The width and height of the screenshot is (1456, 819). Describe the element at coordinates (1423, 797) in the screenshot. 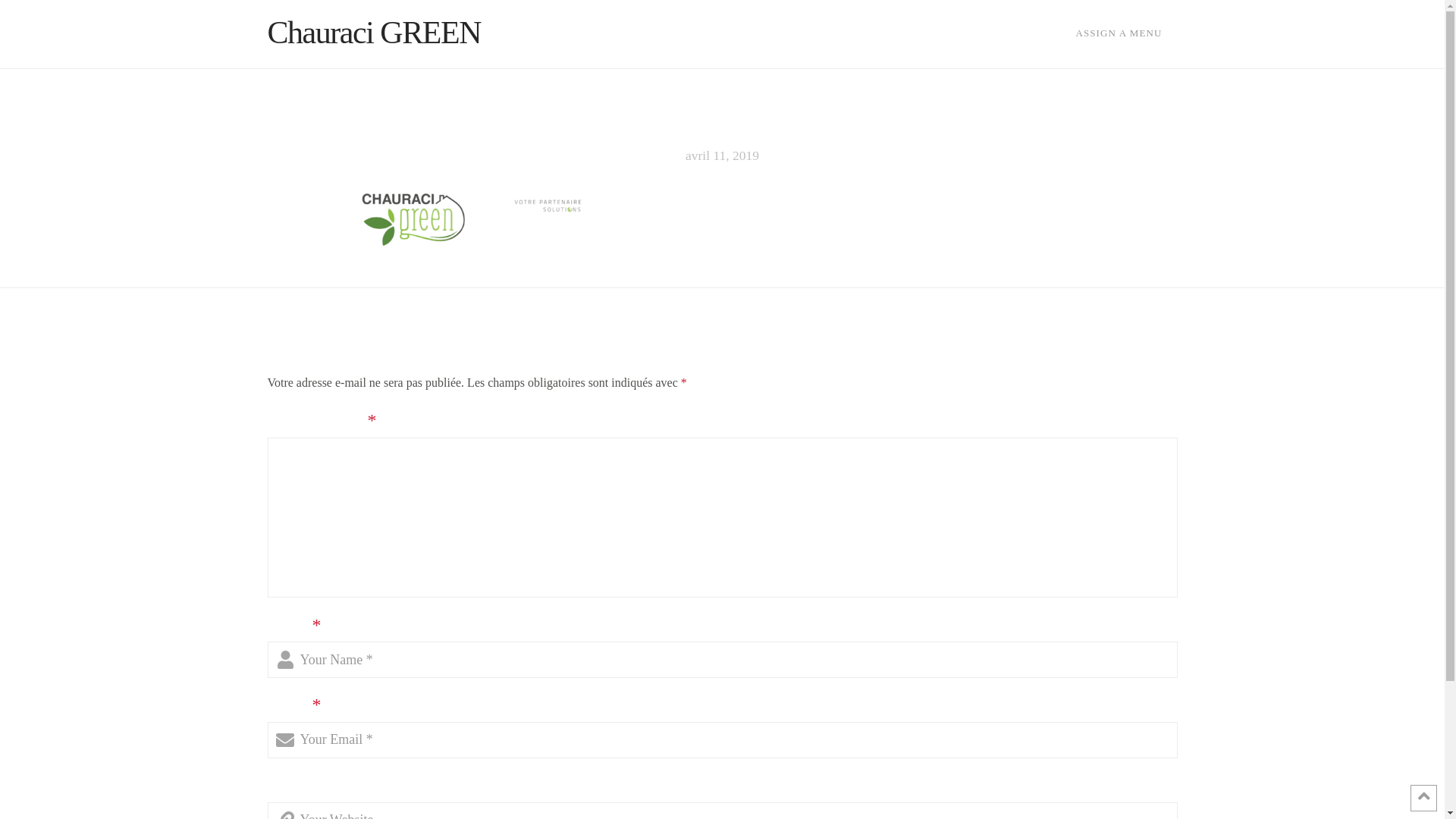

I see `'Back to Top'` at that location.